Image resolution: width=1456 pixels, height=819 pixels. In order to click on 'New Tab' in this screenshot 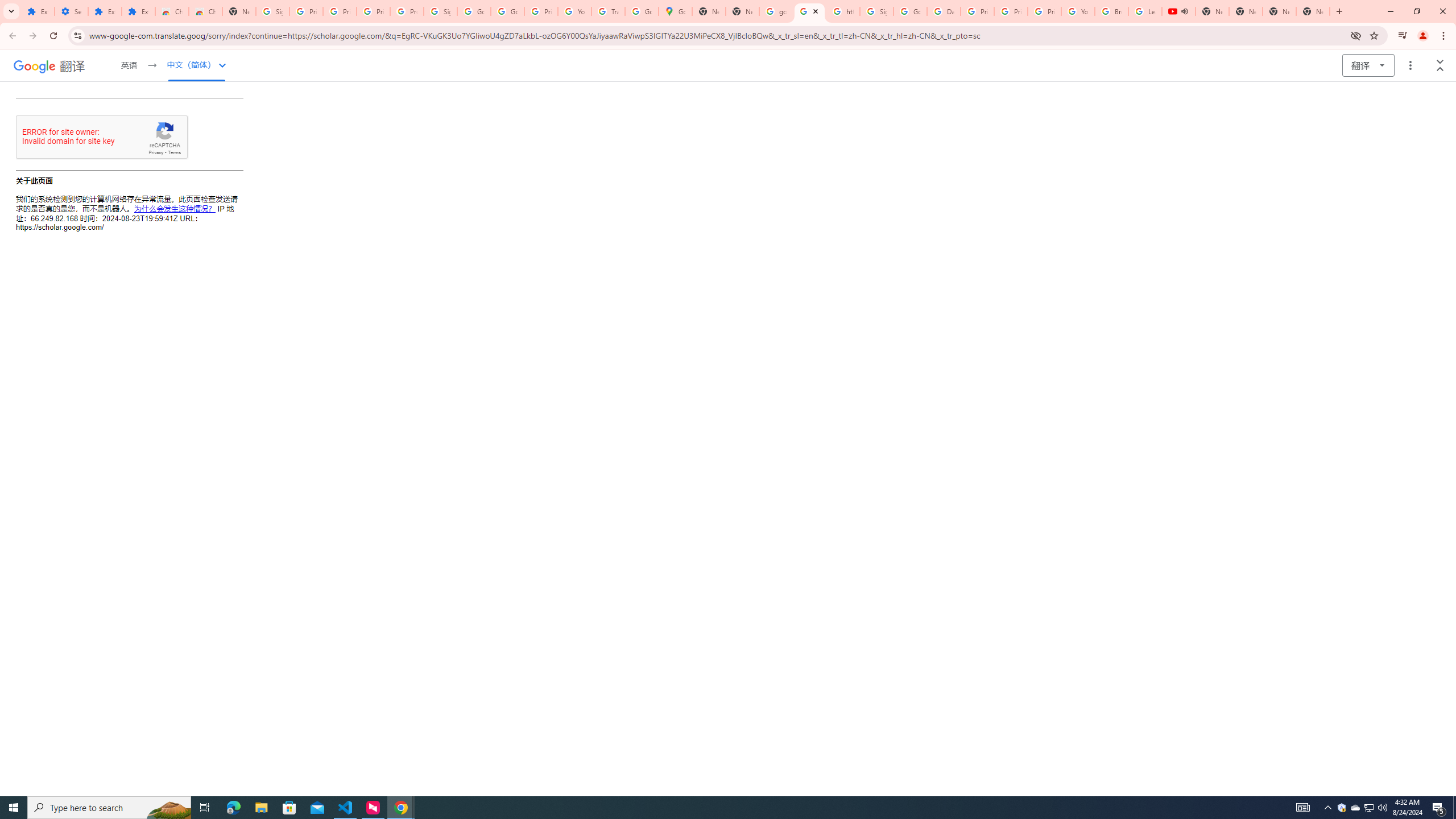, I will do `click(1313, 11)`.